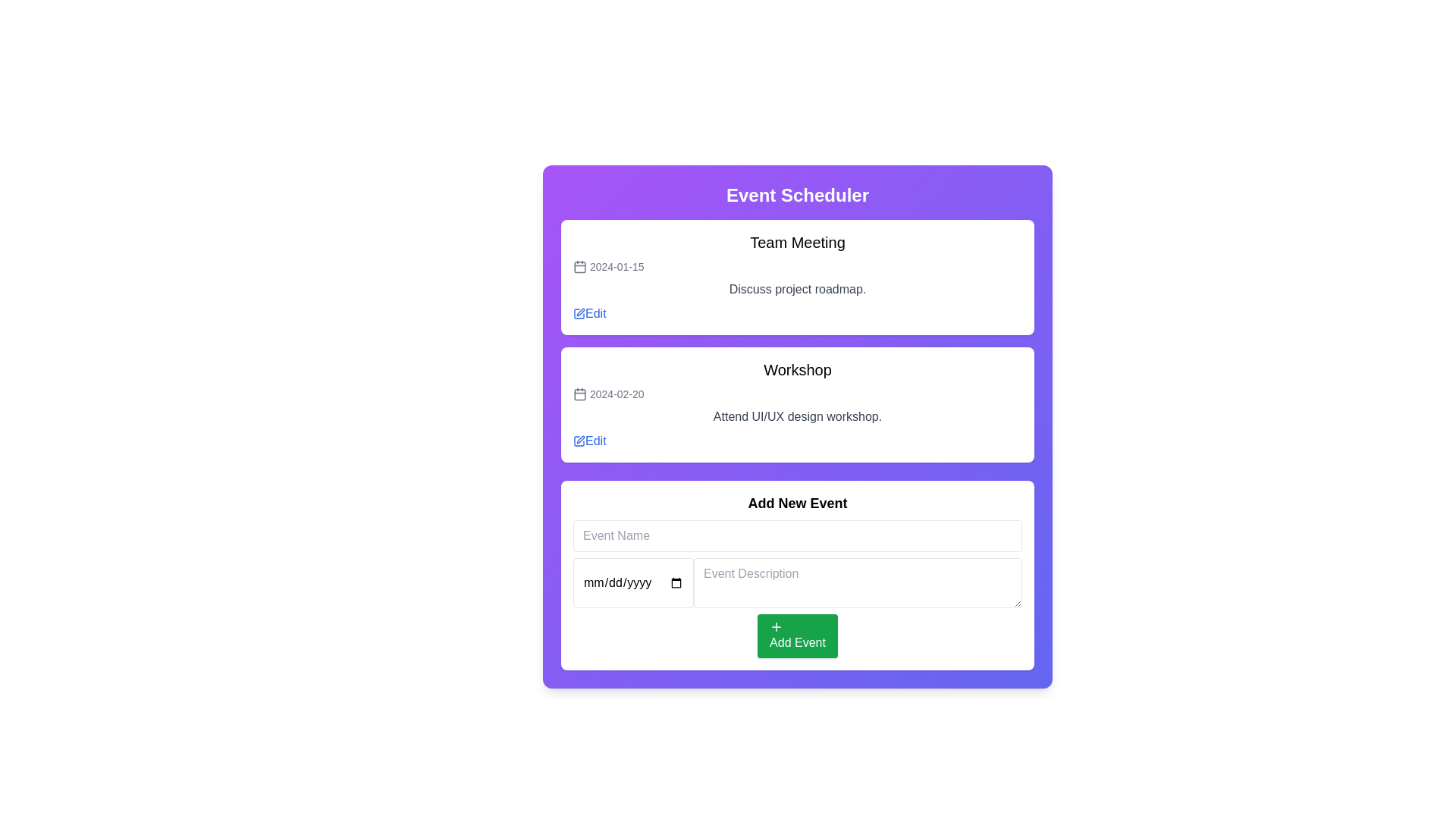 This screenshot has width=1456, height=819. I want to click on the descriptive label for the 'Workshop' event, which follows the date '2024-02-20' and precedes the 'Edit' button, so click(796, 417).